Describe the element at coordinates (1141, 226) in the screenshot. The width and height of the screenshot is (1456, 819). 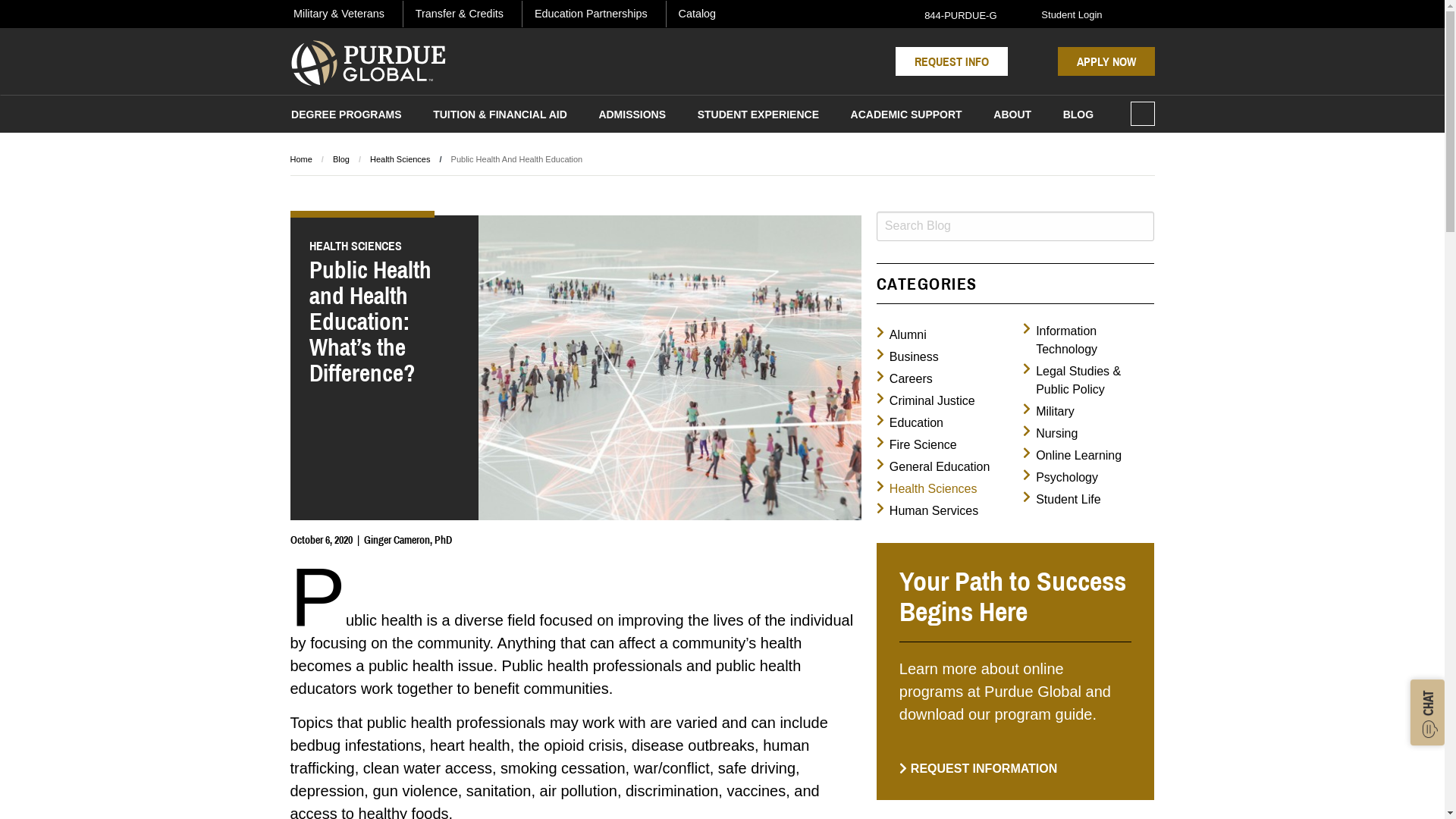
I see `'Search Blog Button'` at that location.